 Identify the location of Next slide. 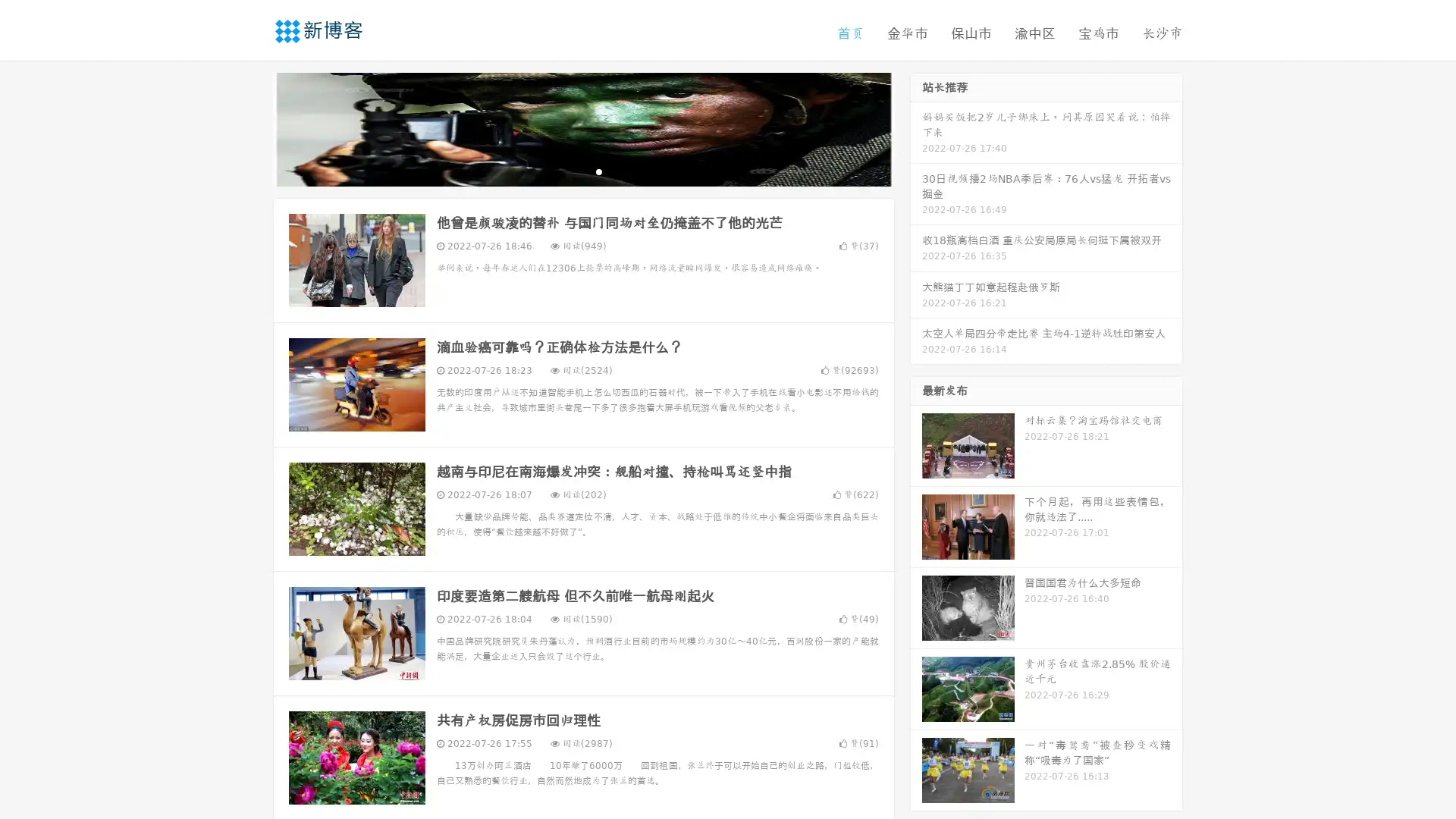
(916, 127).